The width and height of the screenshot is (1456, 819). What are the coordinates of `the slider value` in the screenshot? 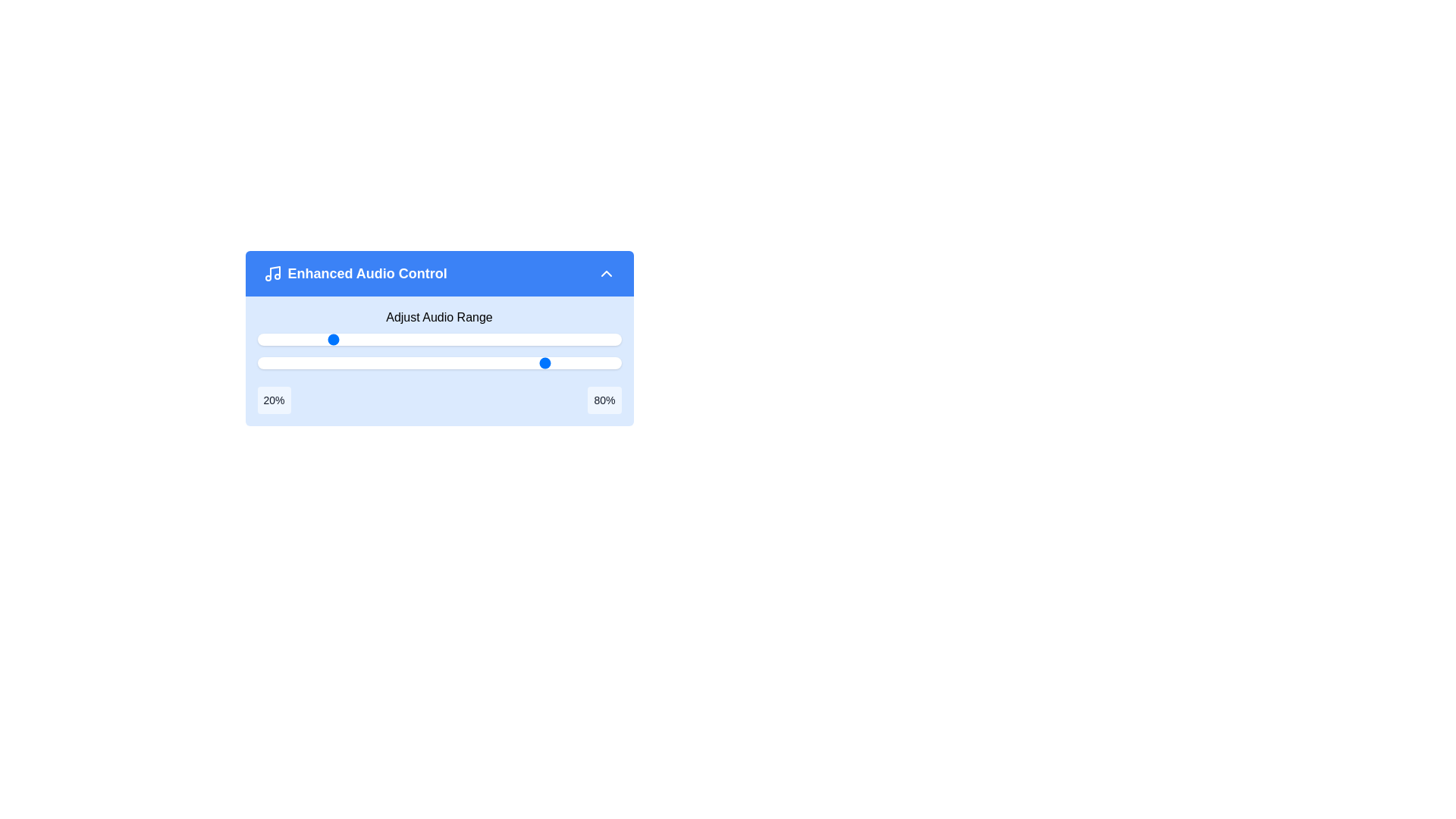 It's located at (457, 338).